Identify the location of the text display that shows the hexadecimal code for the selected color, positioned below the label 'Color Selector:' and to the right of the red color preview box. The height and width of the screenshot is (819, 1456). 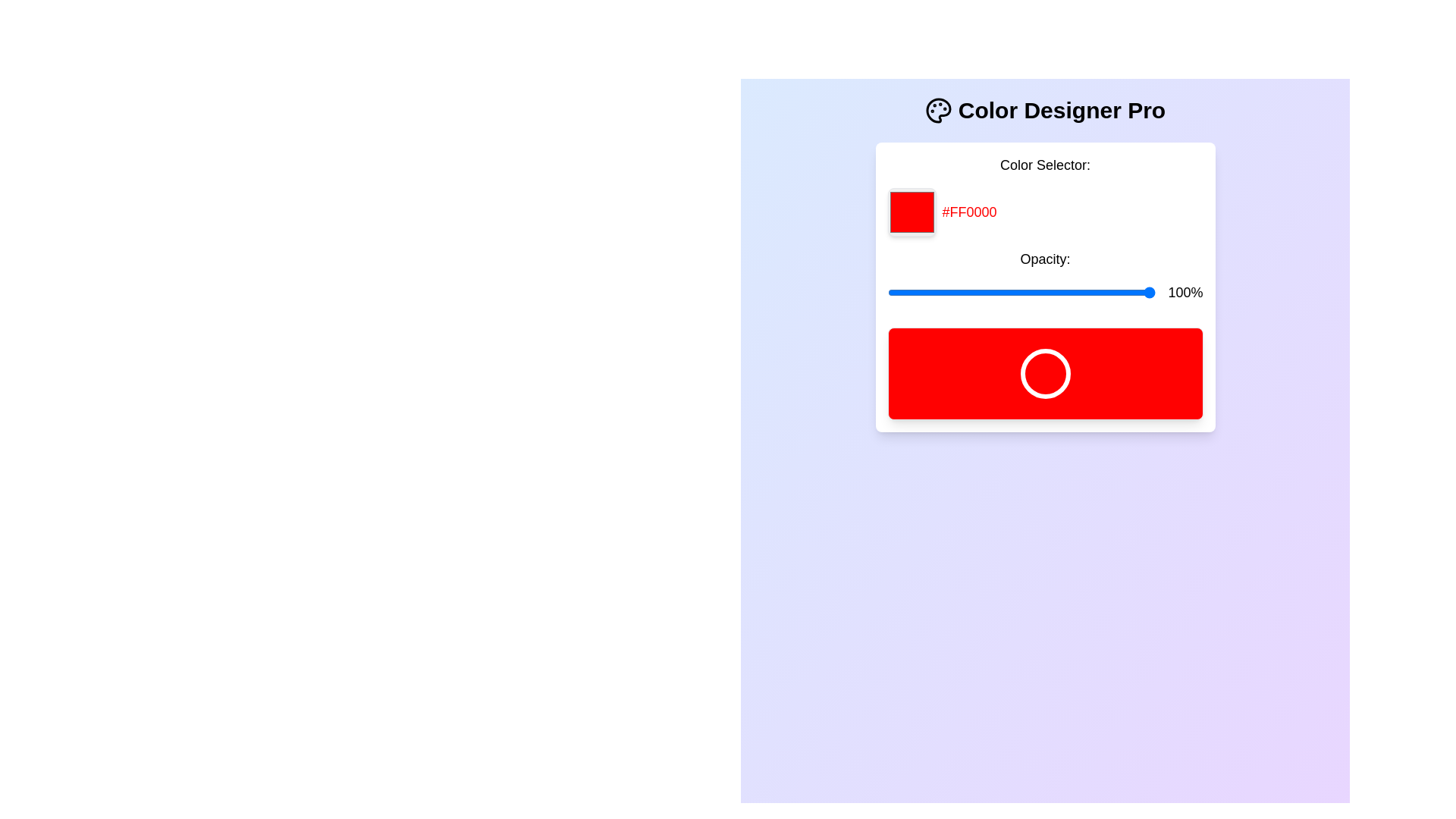
(1044, 212).